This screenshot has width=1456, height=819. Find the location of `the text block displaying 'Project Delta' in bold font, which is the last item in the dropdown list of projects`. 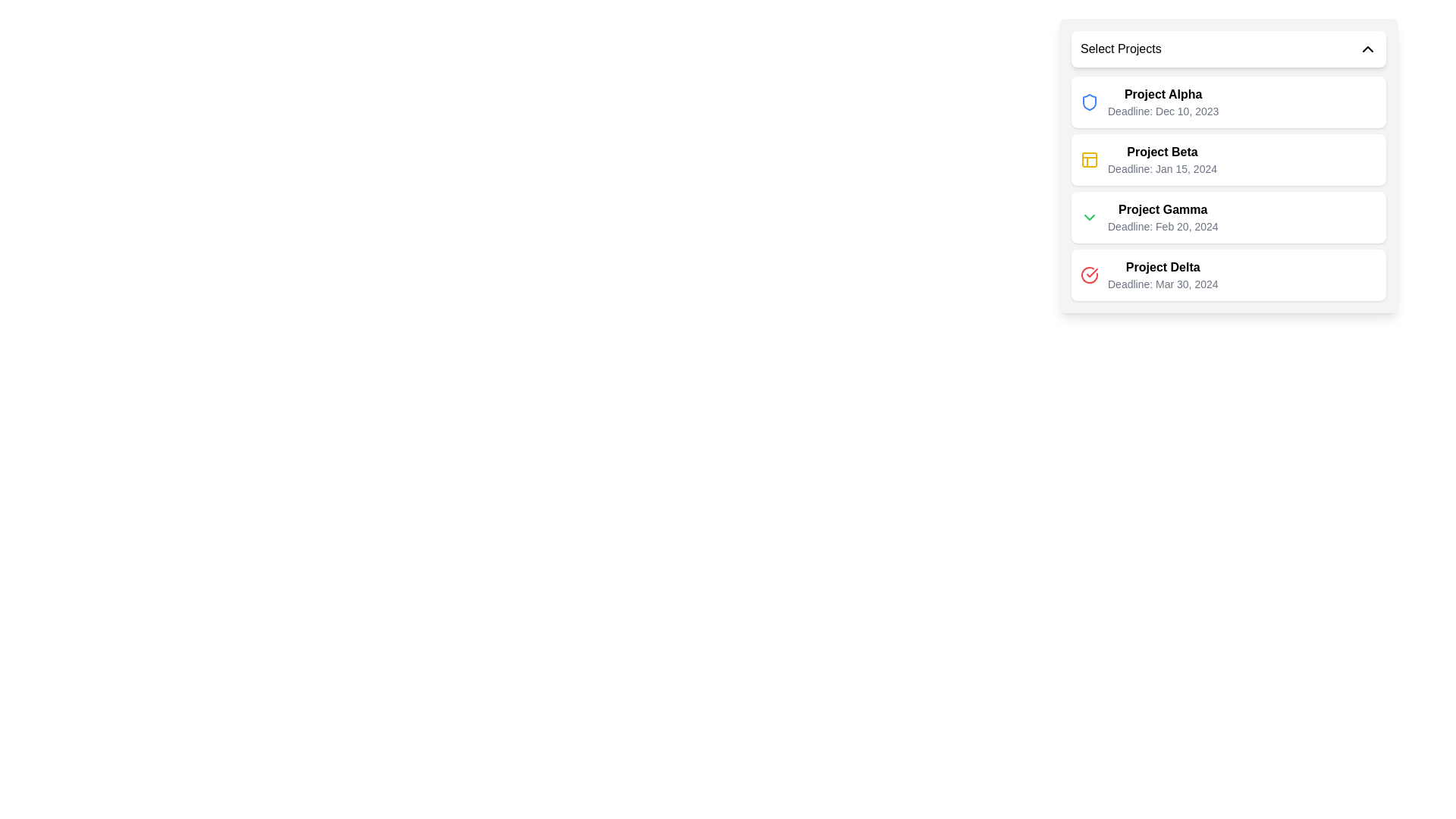

the text block displaying 'Project Delta' in bold font, which is the last item in the dropdown list of projects is located at coordinates (1162, 275).